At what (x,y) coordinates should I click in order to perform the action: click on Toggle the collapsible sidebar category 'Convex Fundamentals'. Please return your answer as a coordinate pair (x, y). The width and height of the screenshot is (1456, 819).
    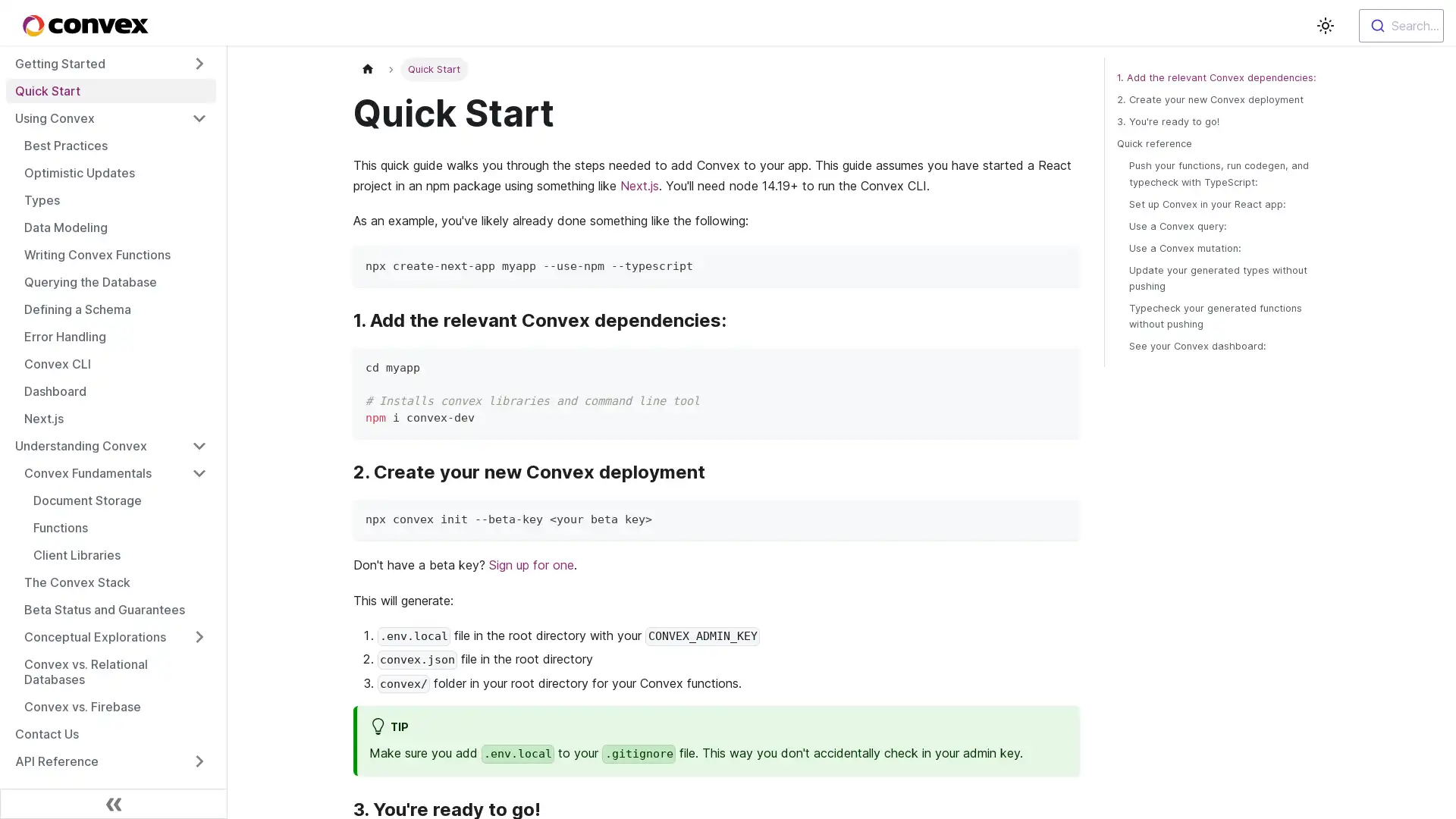
    Looking at the image, I should click on (199, 472).